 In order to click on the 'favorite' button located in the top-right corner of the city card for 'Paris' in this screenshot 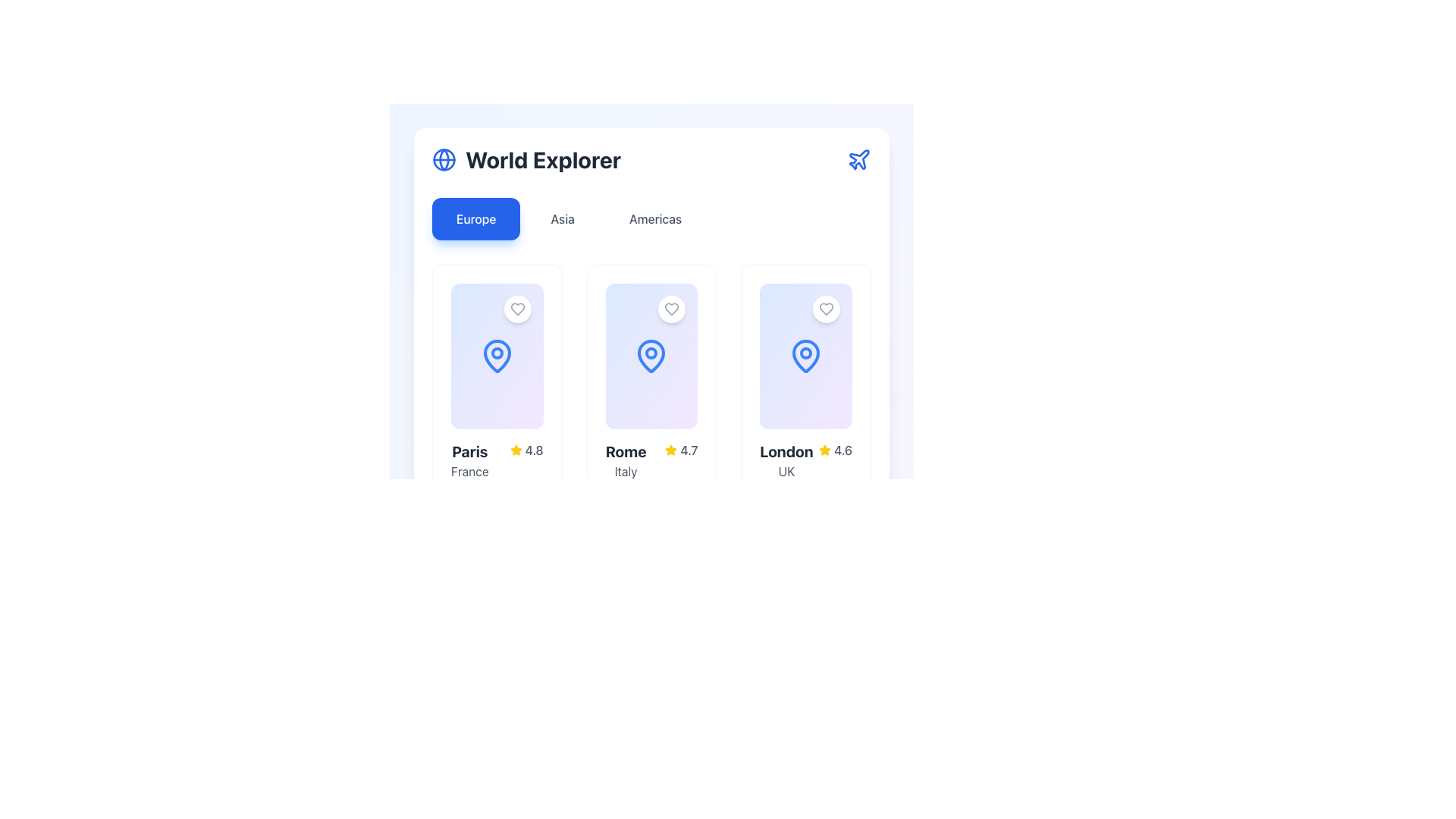, I will do `click(517, 309)`.